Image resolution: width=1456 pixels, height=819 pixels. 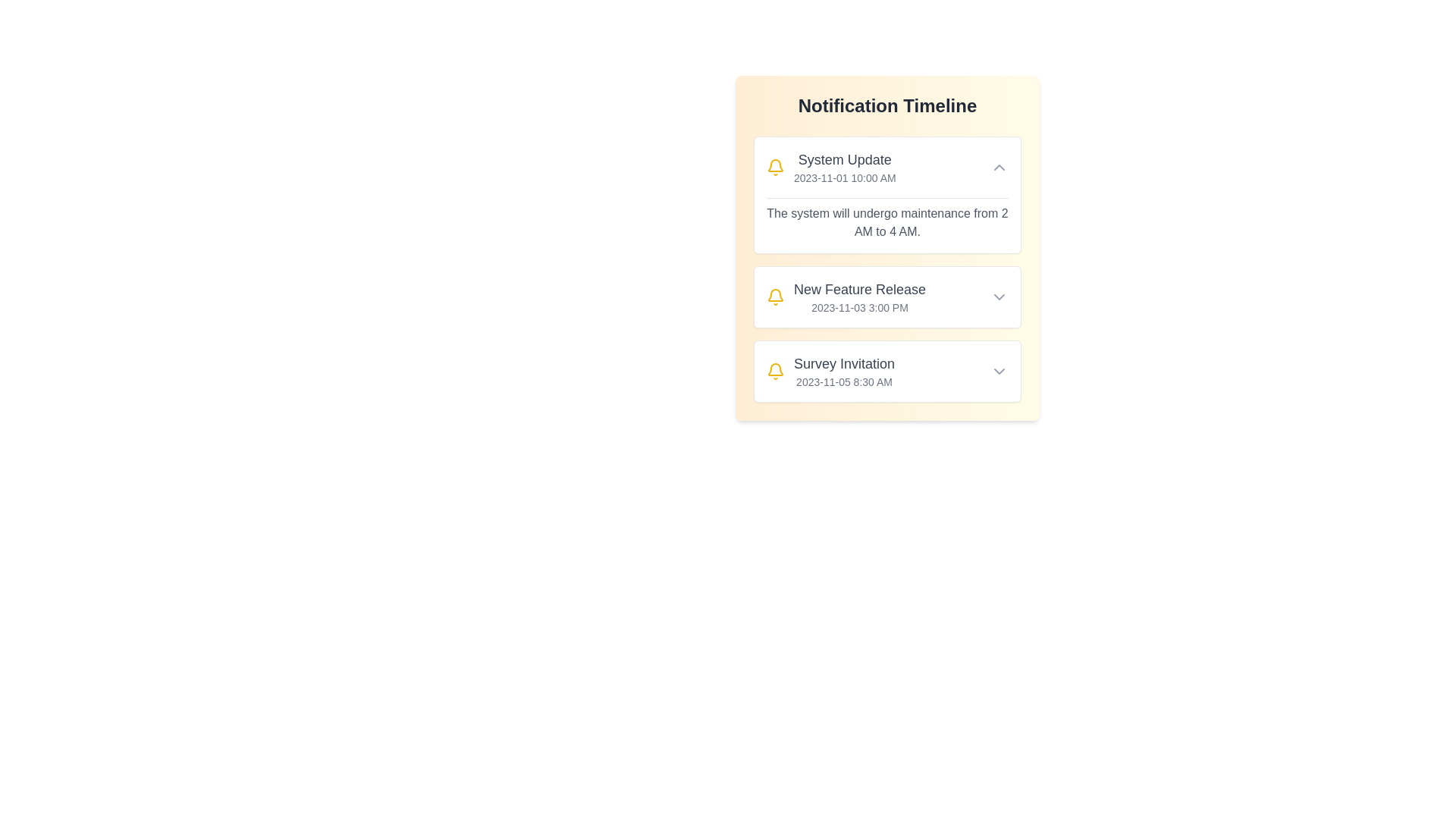 What do you see at coordinates (830, 371) in the screenshot?
I see `details of the 'Survey Invitation' notification item, which is the third entry in the notification timeline` at bounding box center [830, 371].